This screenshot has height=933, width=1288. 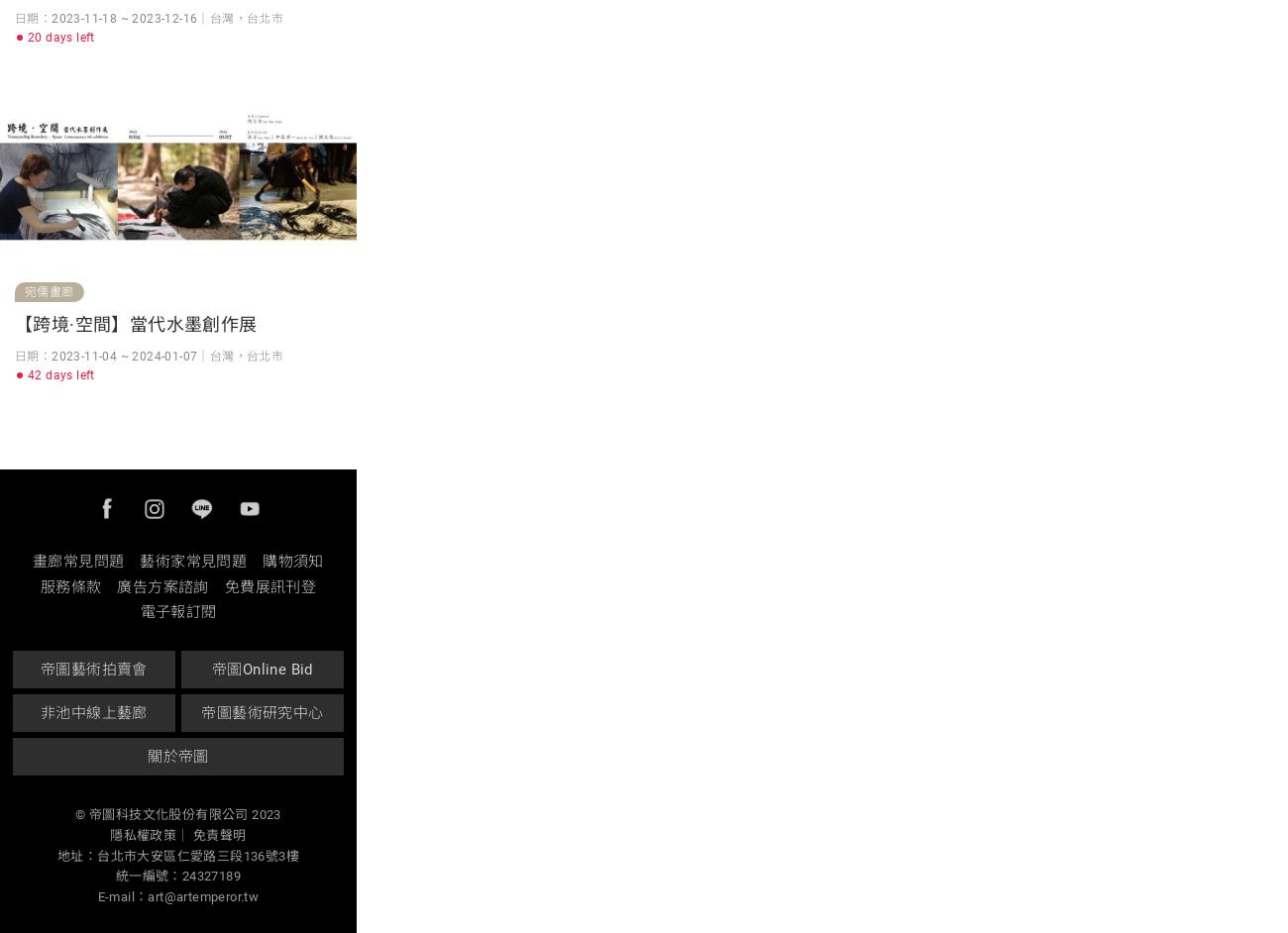 What do you see at coordinates (177, 813) in the screenshot?
I see `'© 帝圖科技文化股份有限公司 2023'` at bounding box center [177, 813].